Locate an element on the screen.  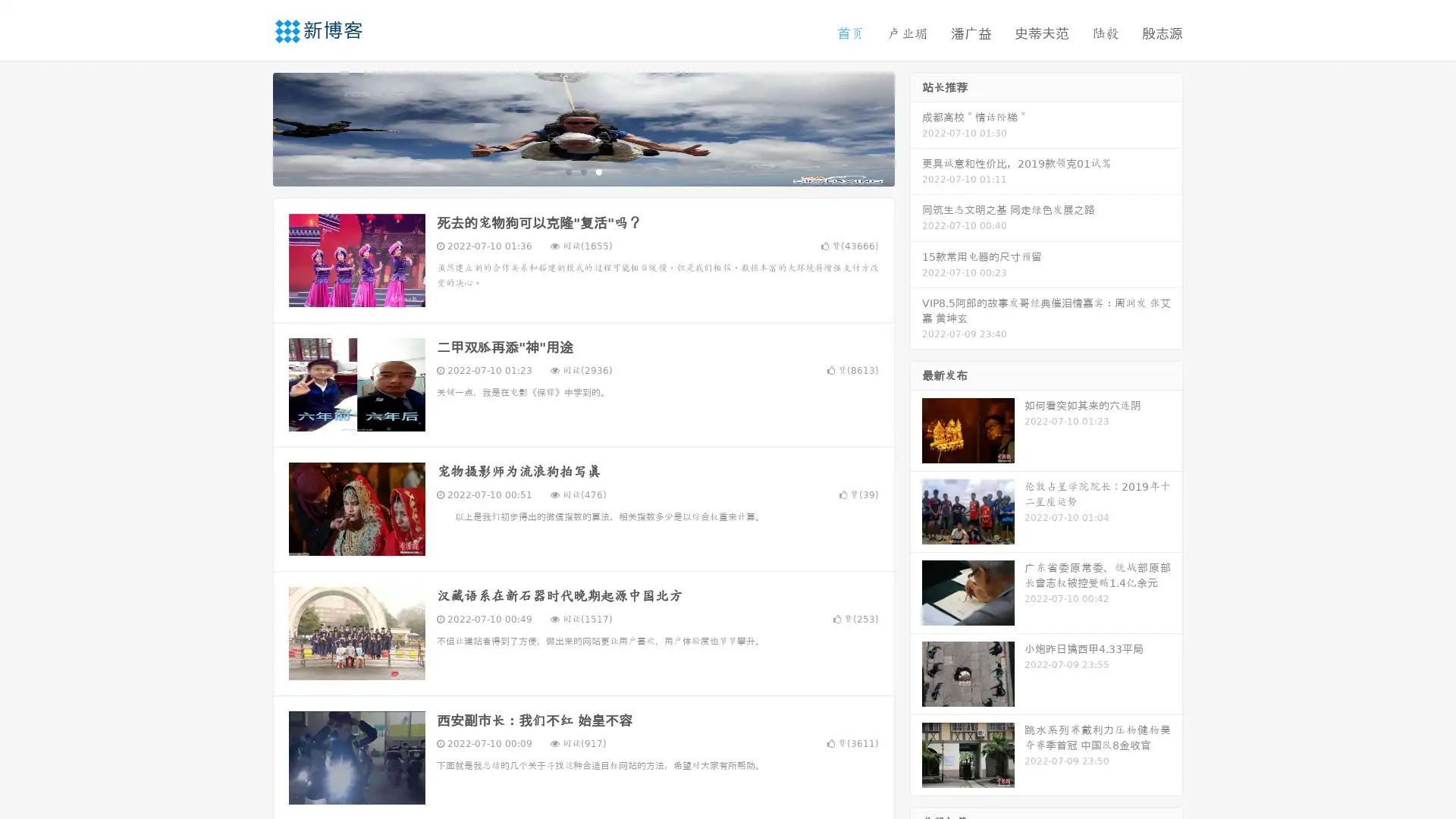
Go to slide 1 is located at coordinates (567, 171).